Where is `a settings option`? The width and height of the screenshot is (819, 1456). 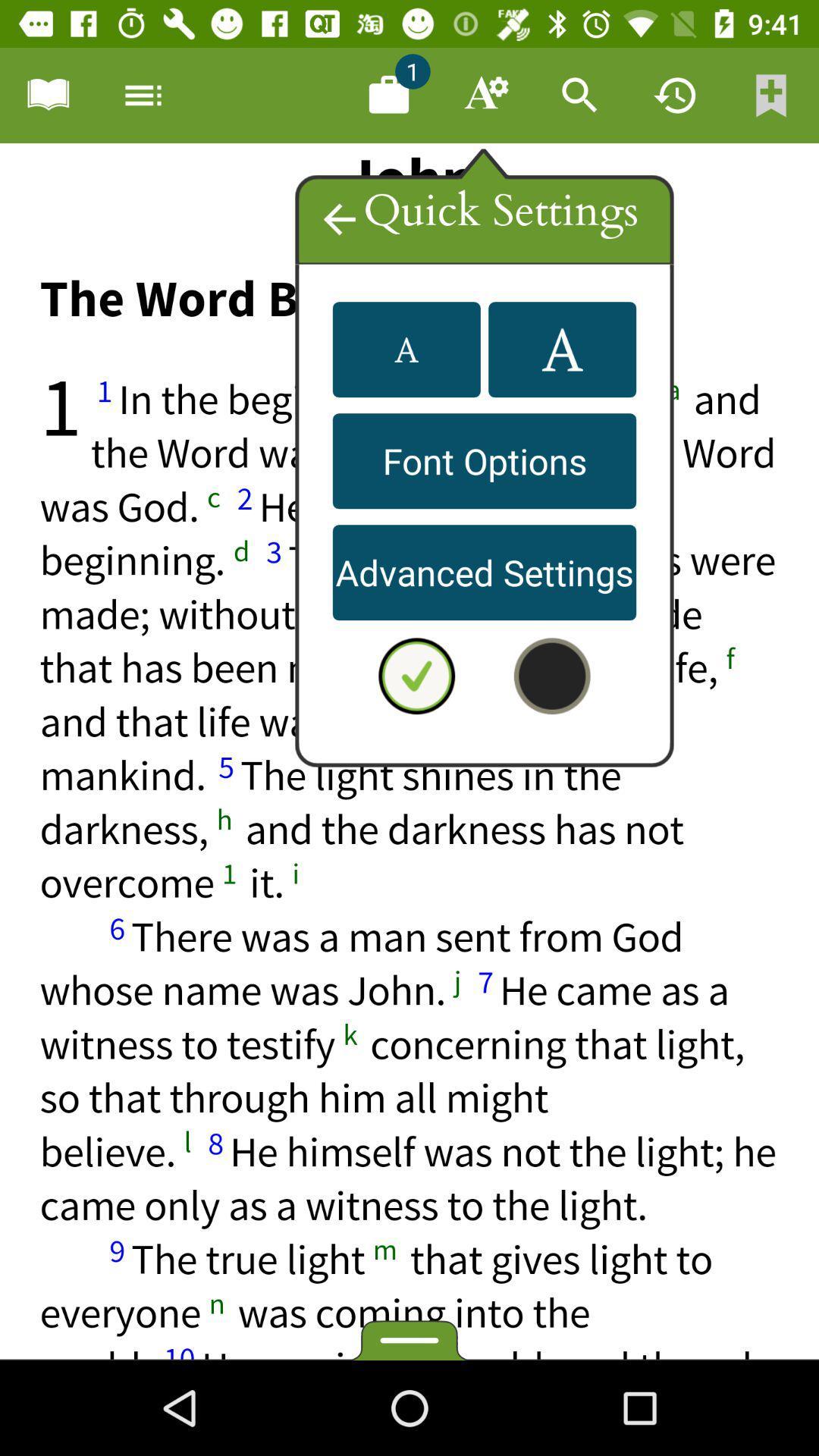 a settings option is located at coordinates (562, 349).